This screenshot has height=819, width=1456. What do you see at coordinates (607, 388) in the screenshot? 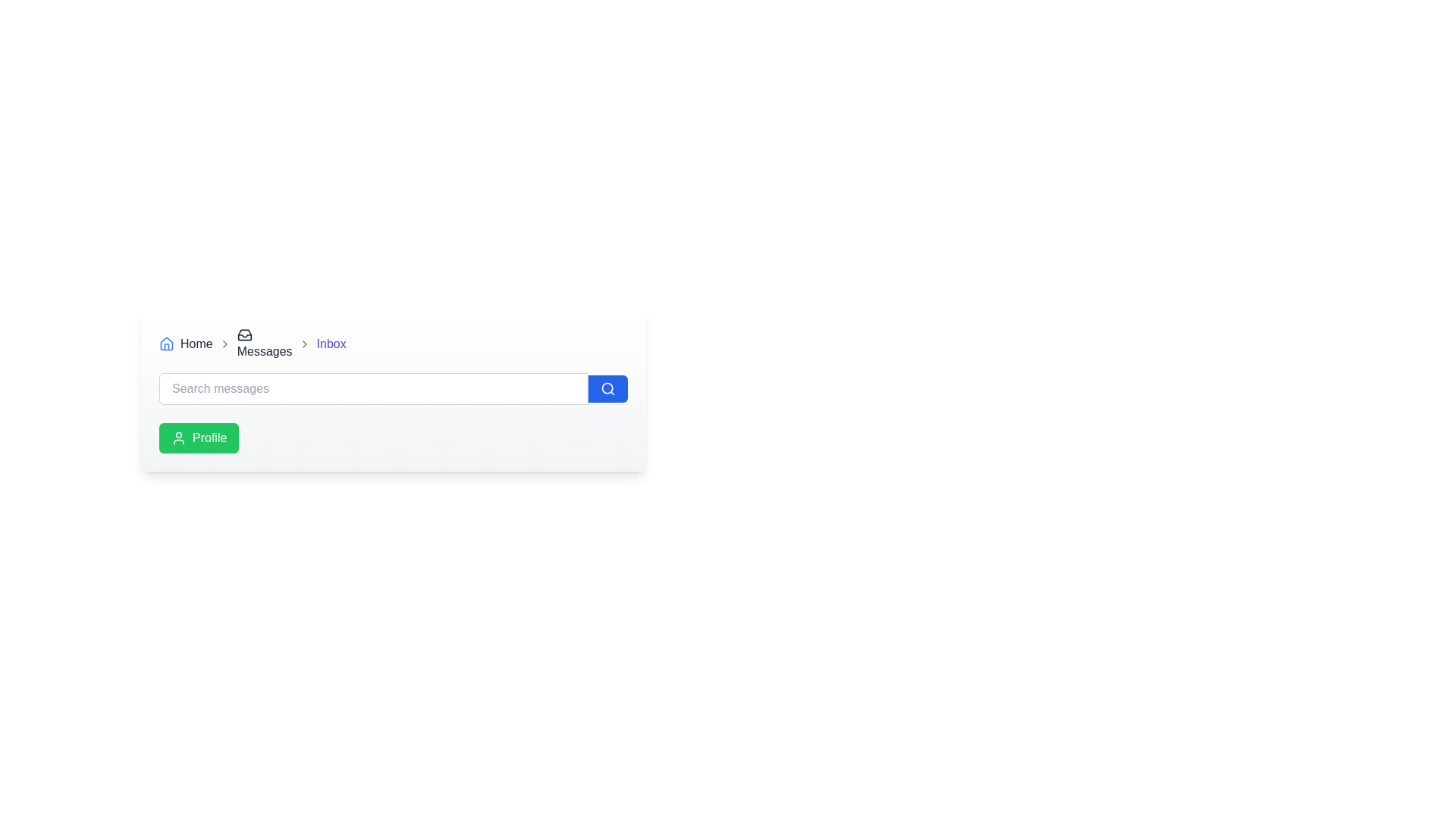
I see `the search icon located at the top-right corner of the interface, embedded within a blue rectangular button` at bounding box center [607, 388].